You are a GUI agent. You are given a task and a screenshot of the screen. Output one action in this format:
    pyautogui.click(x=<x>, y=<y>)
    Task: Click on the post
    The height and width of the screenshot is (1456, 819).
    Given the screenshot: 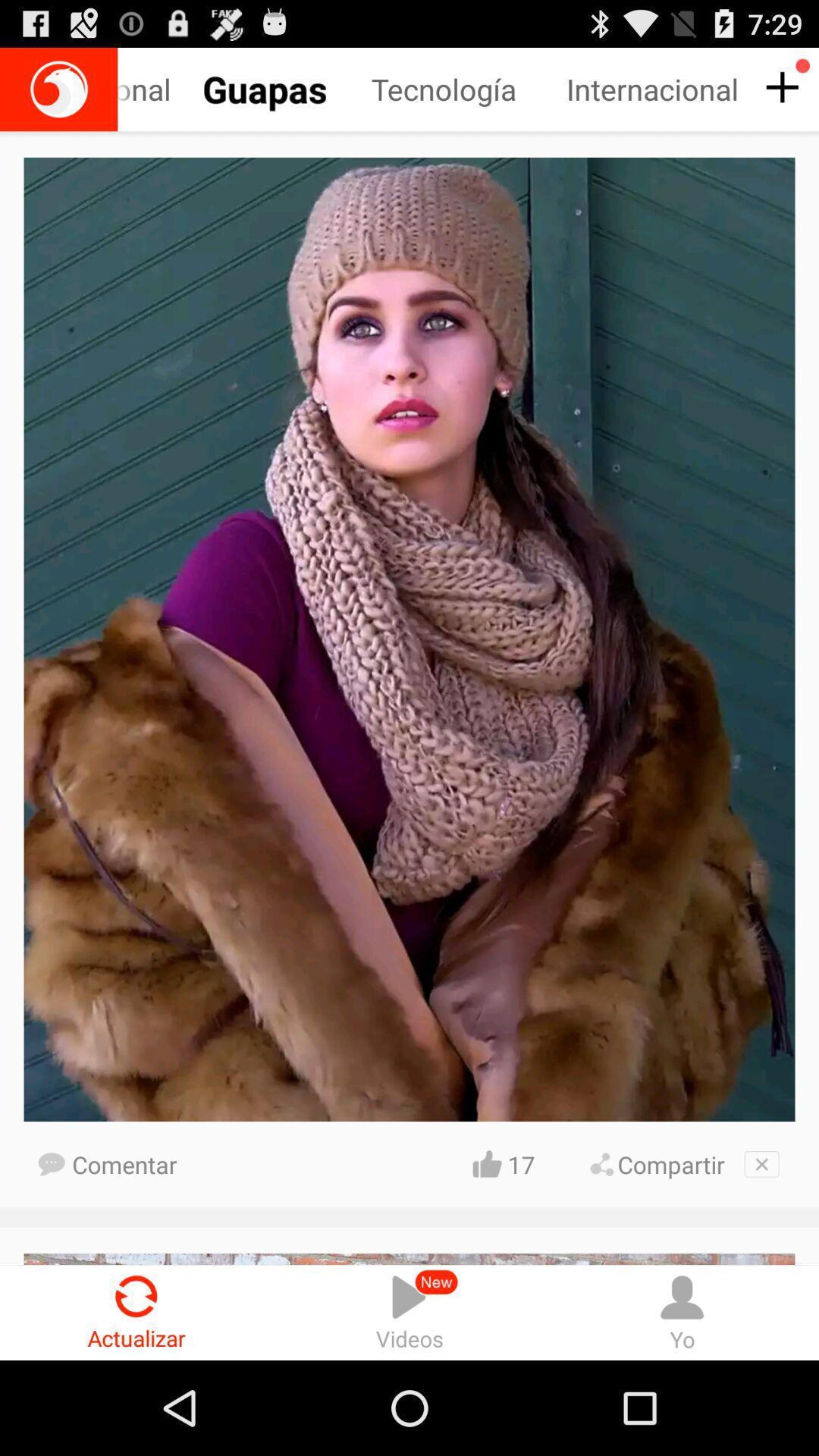 What is the action you would take?
    pyautogui.click(x=780, y=87)
    